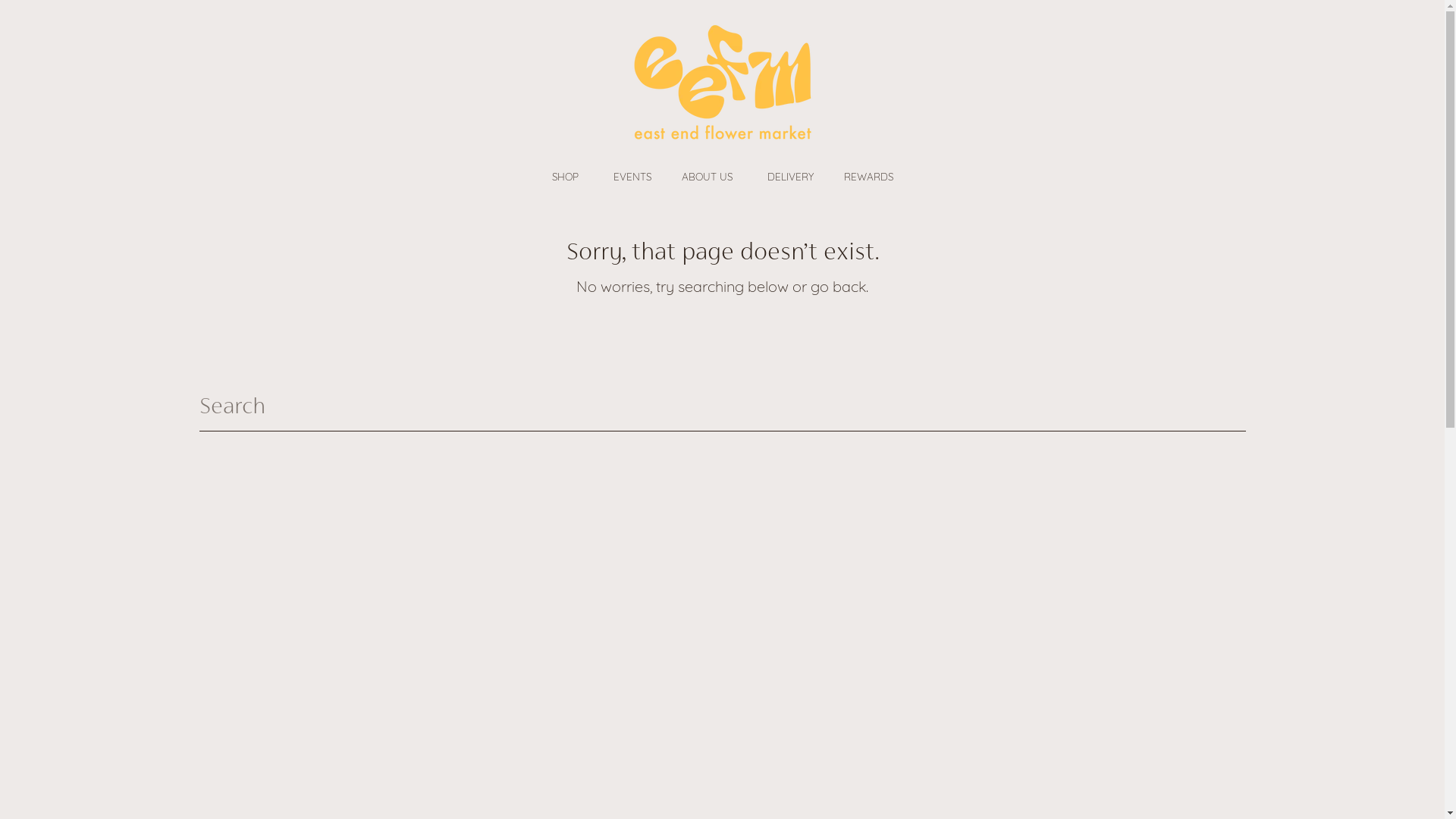 This screenshot has width=1456, height=819. Describe the element at coordinates (1232, 85) in the screenshot. I see `'Cart'` at that location.